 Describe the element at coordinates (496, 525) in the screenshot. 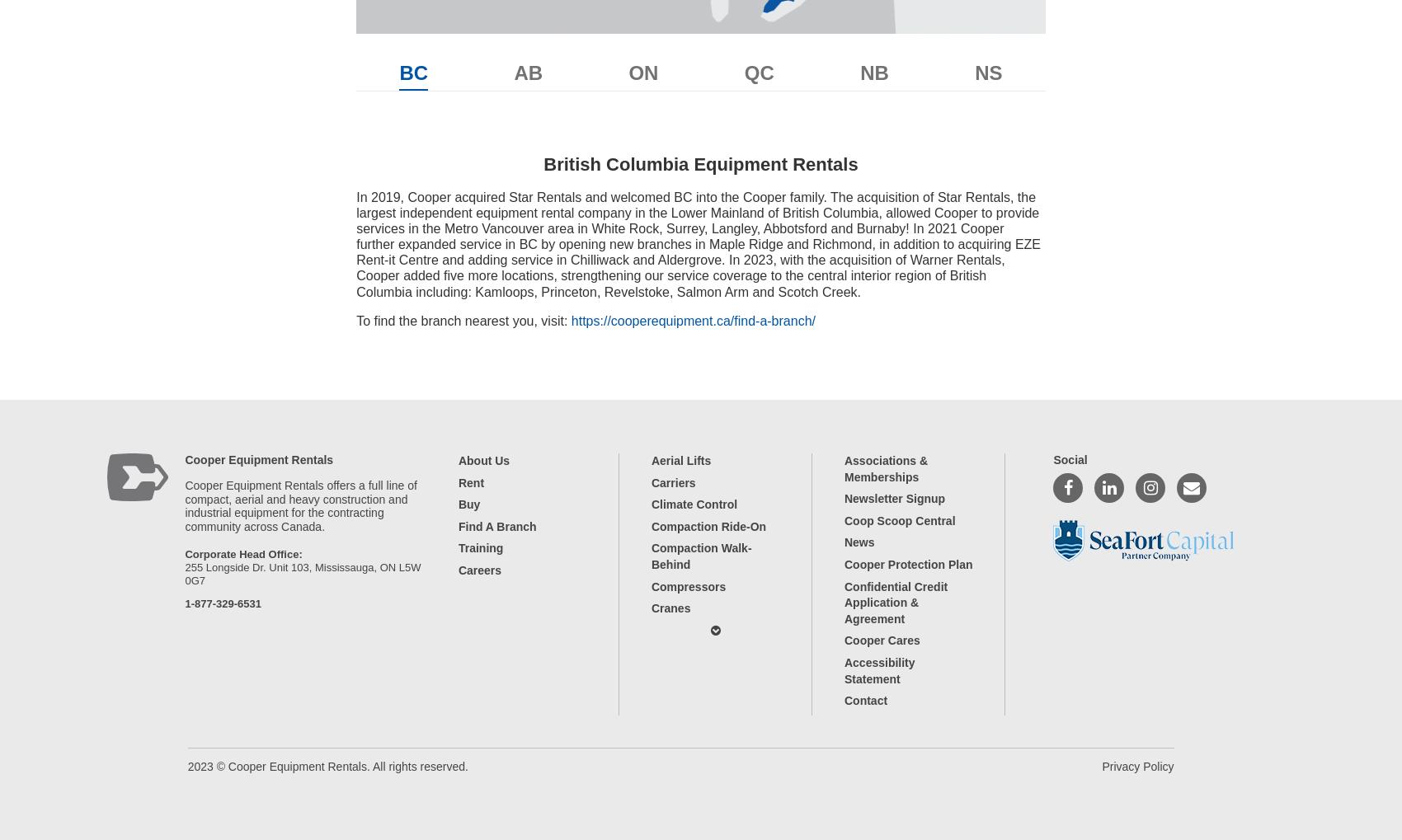

I see `'Find A Branch'` at that location.